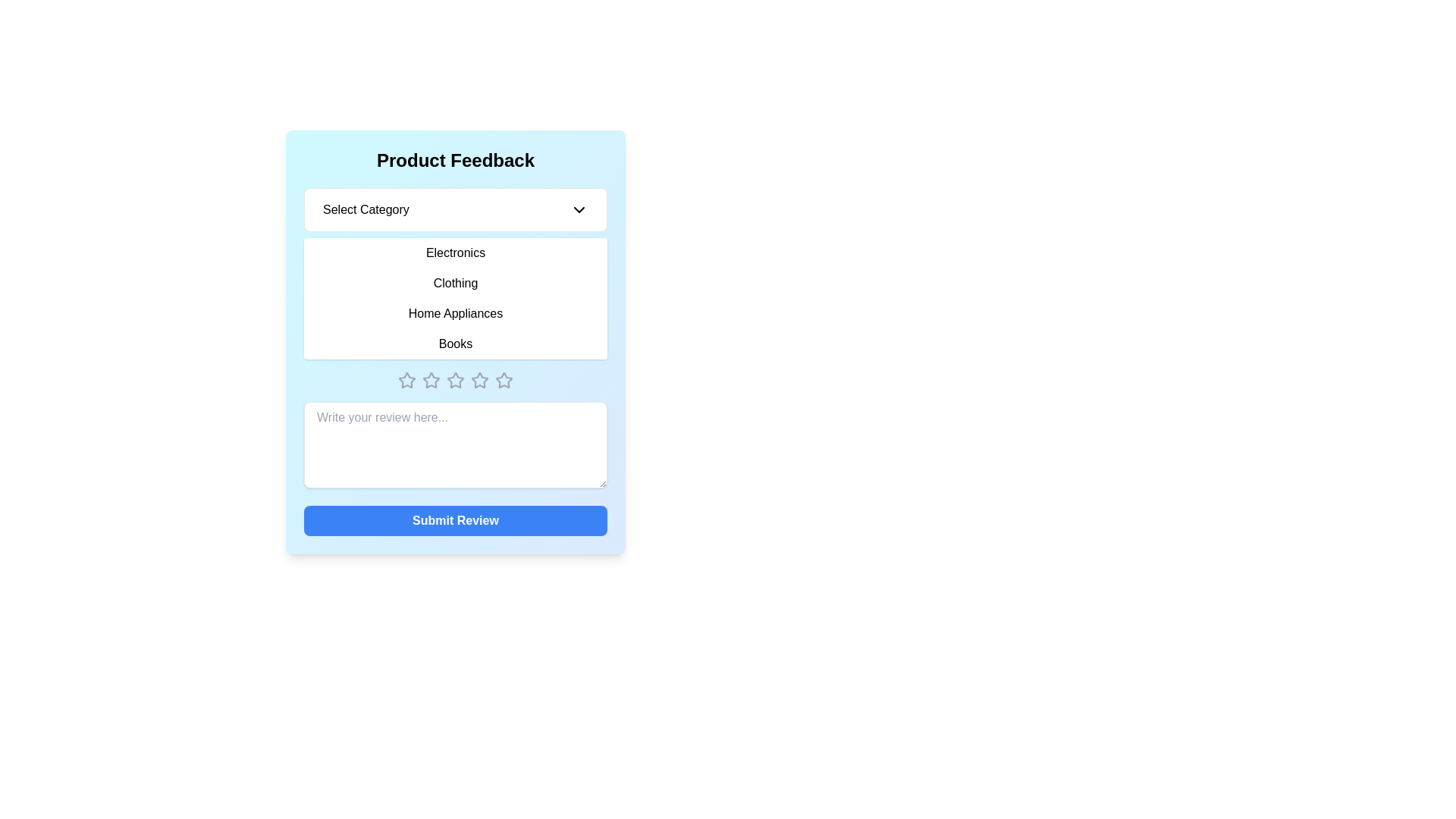  What do you see at coordinates (407, 379) in the screenshot?
I see `the leftmost star icon` at bounding box center [407, 379].